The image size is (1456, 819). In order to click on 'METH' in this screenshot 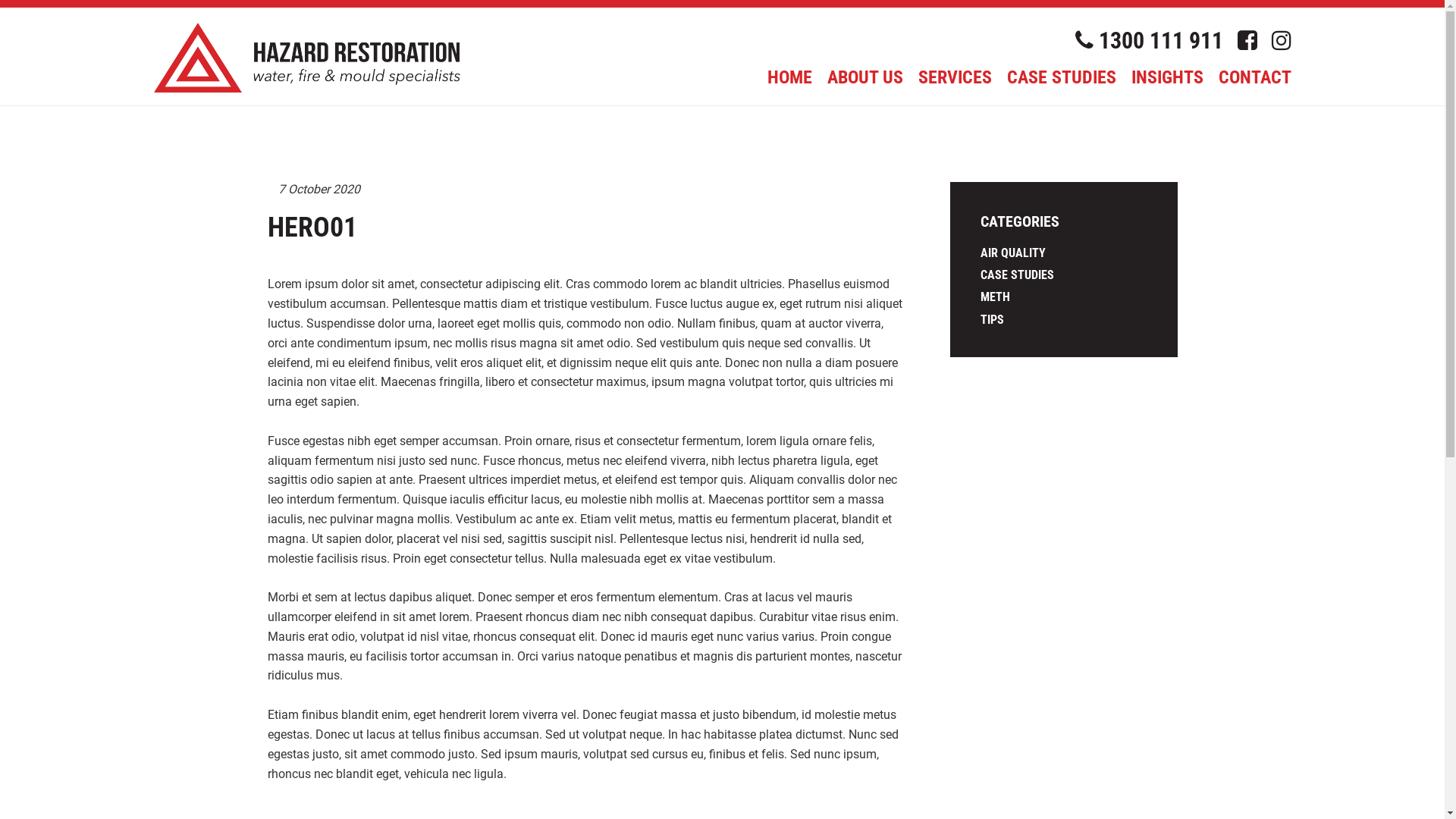, I will do `click(994, 297)`.